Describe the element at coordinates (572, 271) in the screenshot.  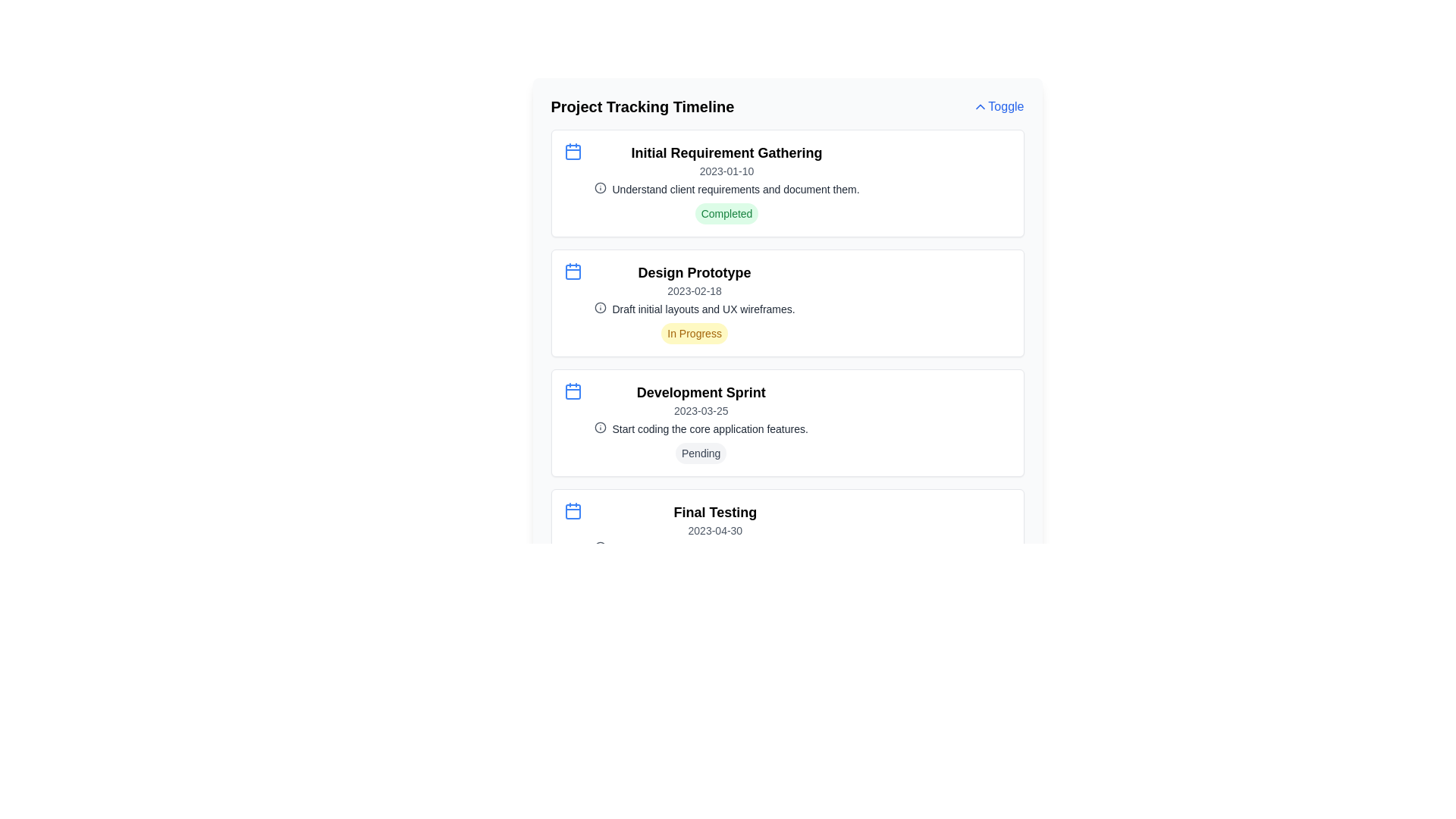
I see `the blue calendar icon located at the top-left corner of the 'Design Prototype' card, which has a distinctive structure resembling a calendar with two vertical marks near the top` at that location.